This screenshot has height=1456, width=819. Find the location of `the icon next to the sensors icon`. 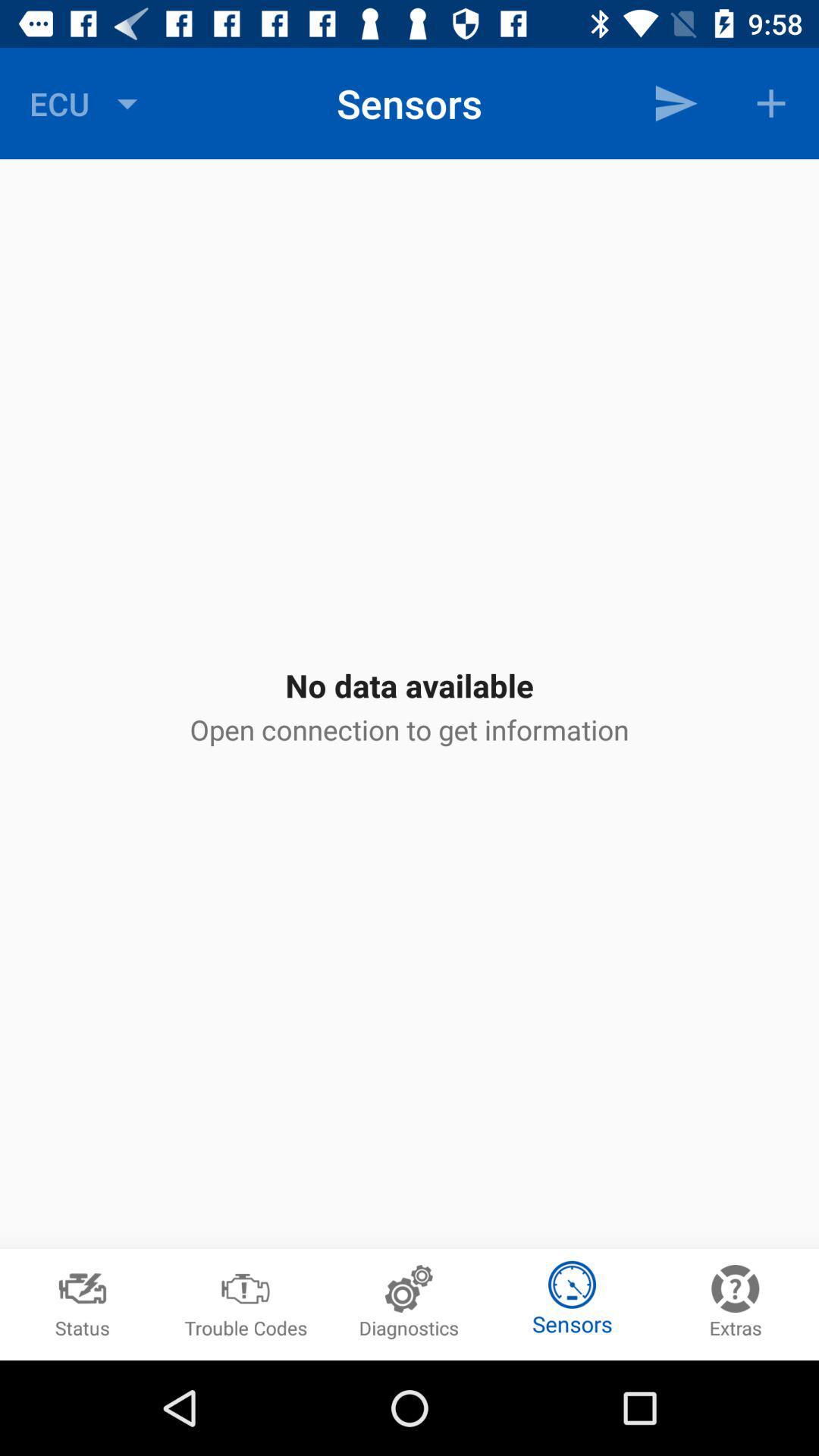

the icon next to the sensors icon is located at coordinates (675, 102).